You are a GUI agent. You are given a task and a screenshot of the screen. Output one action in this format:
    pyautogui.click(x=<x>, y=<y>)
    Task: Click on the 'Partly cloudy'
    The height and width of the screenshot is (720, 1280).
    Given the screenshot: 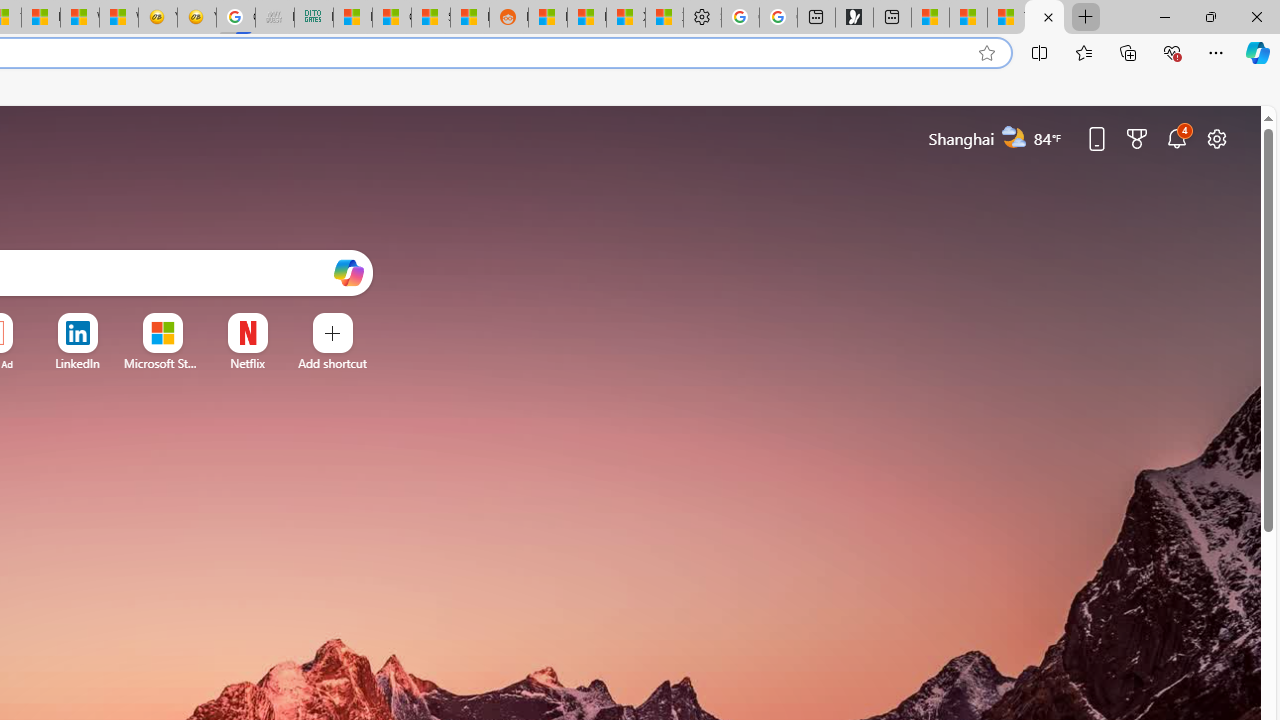 What is the action you would take?
    pyautogui.click(x=1014, y=136)
    